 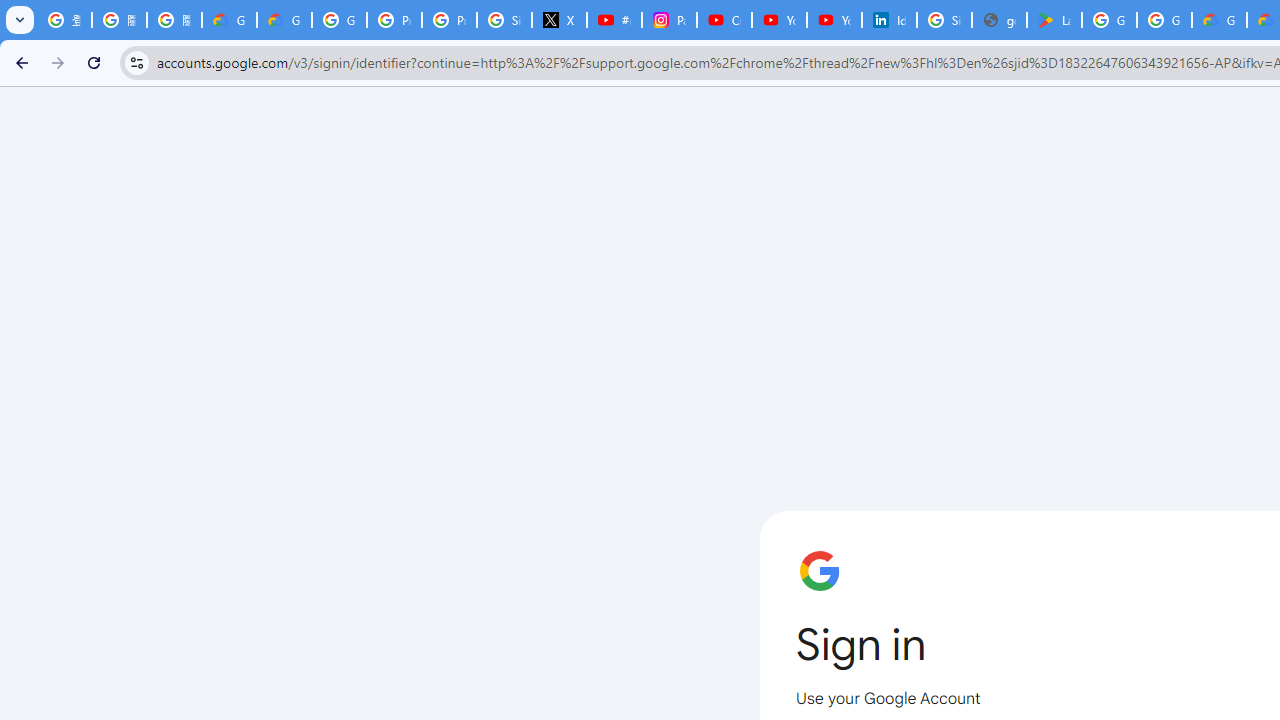 What do you see at coordinates (833, 20) in the screenshot?
I see `'YouTube Culture & Trends - YouTube Top 10, 2021'` at bounding box center [833, 20].